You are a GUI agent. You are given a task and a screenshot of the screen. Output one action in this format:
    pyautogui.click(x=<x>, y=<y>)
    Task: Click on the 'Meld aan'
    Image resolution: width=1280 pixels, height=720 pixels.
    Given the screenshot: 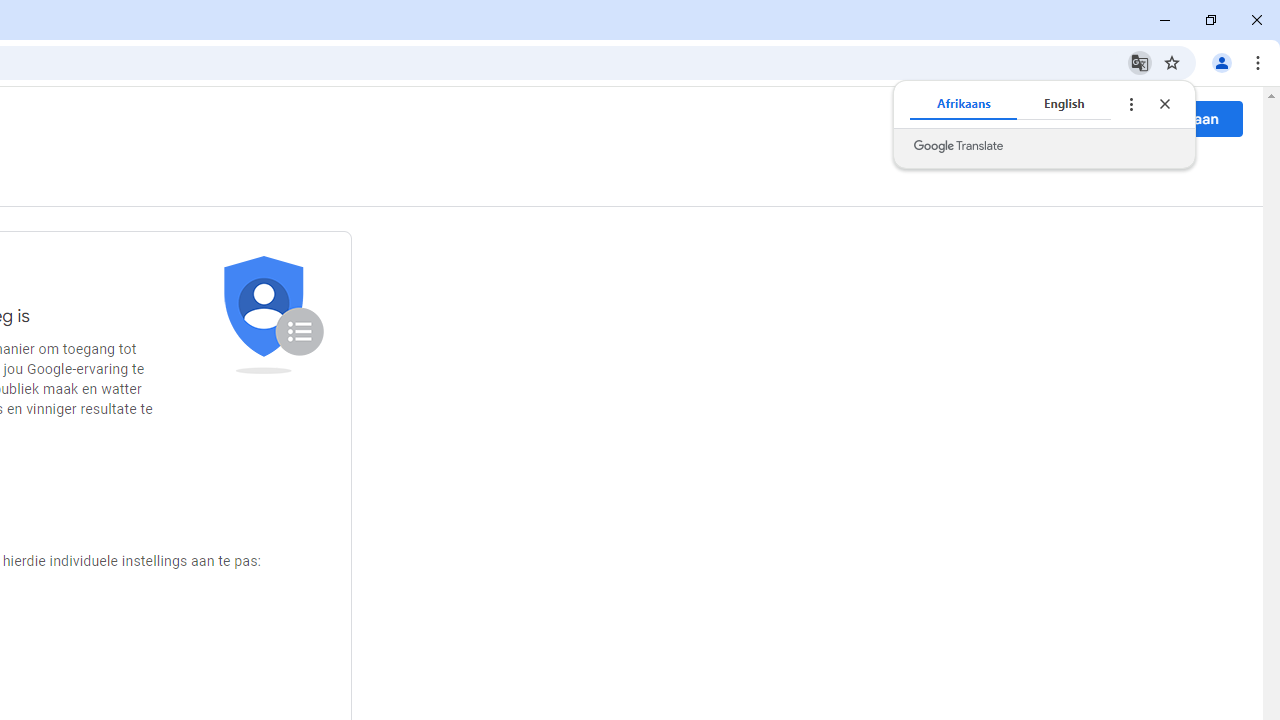 What is the action you would take?
    pyautogui.click(x=1187, y=118)
    